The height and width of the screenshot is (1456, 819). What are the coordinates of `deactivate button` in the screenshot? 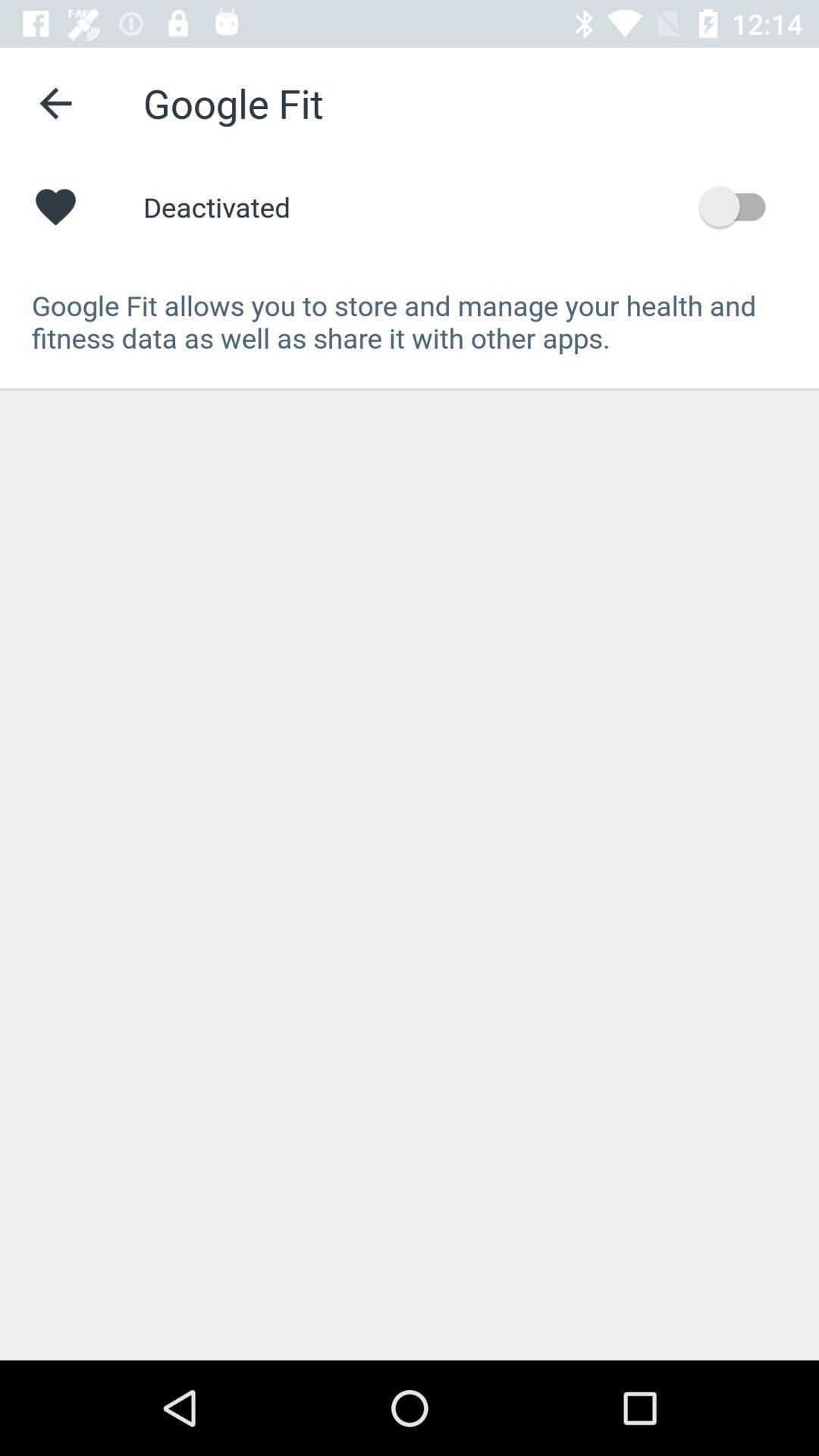 It's located at (739, 206).